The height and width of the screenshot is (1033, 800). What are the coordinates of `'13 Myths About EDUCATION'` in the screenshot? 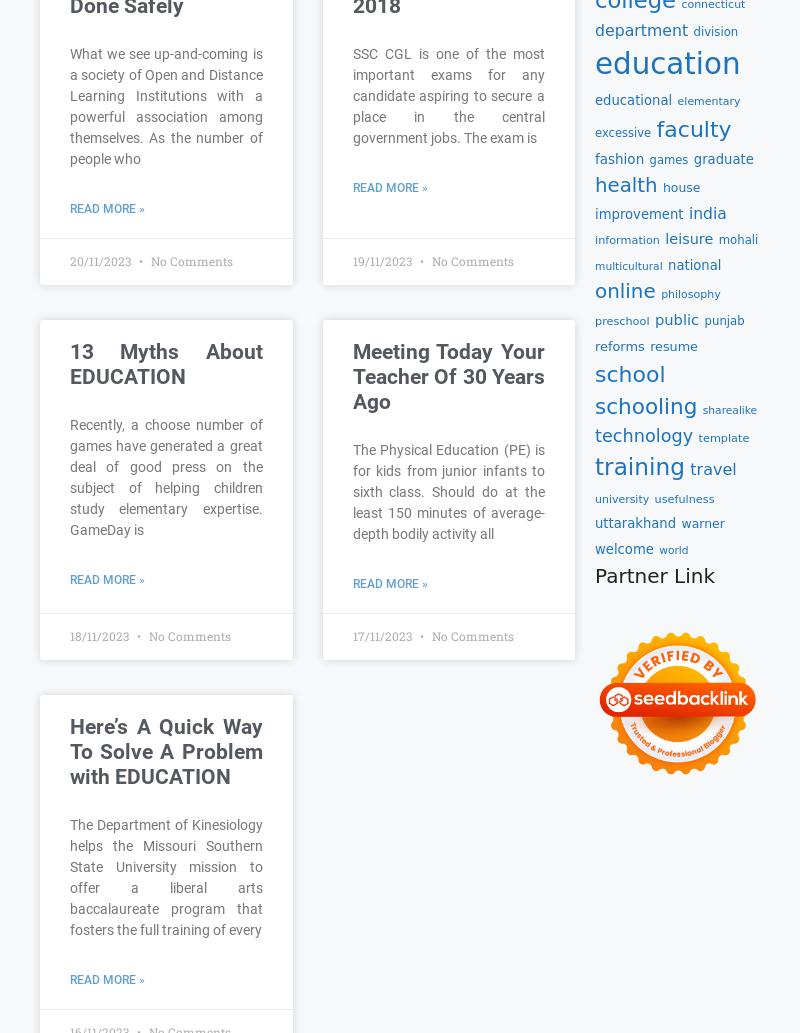 It's located at (166, 363).